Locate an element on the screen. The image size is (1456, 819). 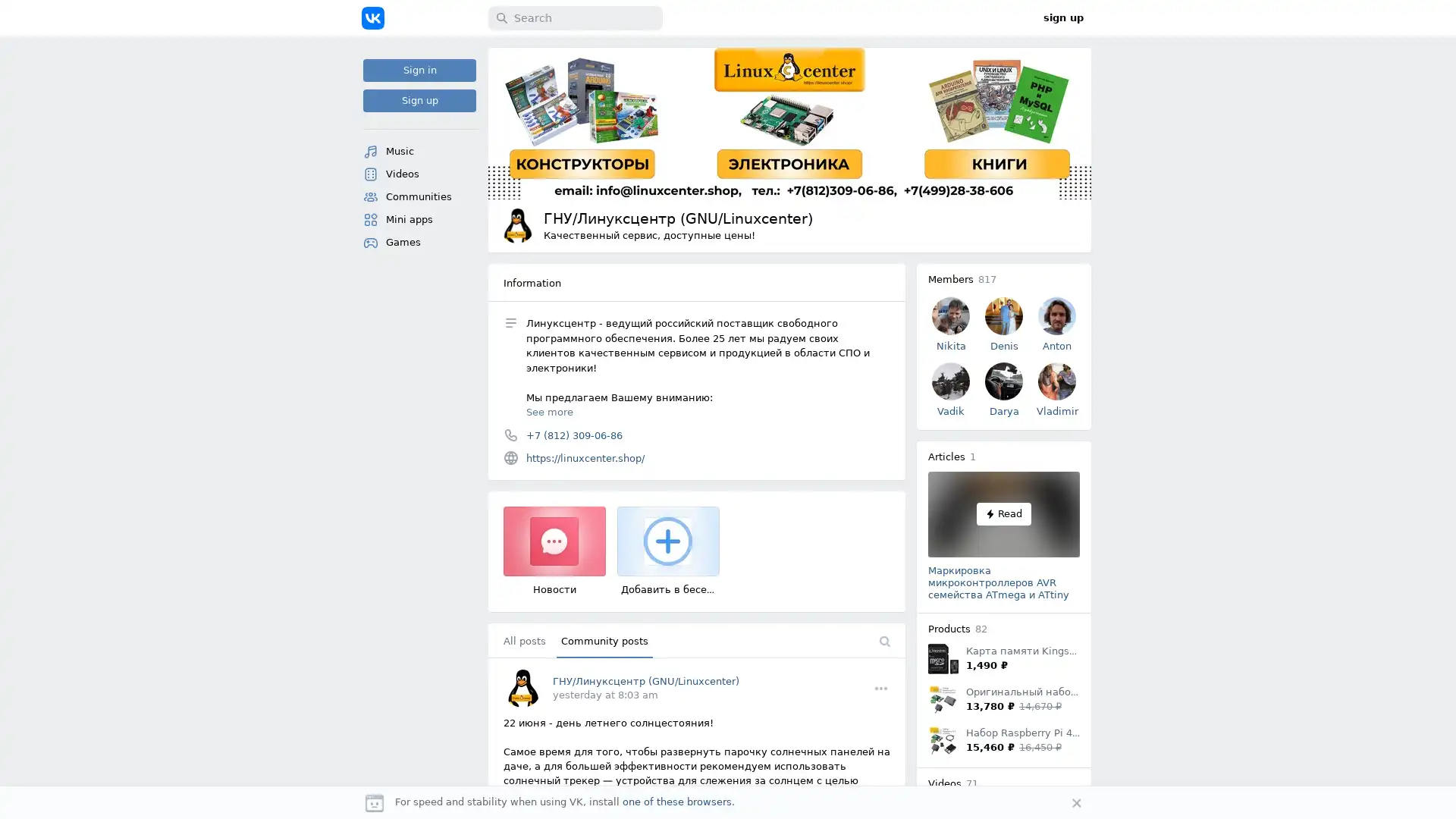
Close is located at coordinates (1076, 802).